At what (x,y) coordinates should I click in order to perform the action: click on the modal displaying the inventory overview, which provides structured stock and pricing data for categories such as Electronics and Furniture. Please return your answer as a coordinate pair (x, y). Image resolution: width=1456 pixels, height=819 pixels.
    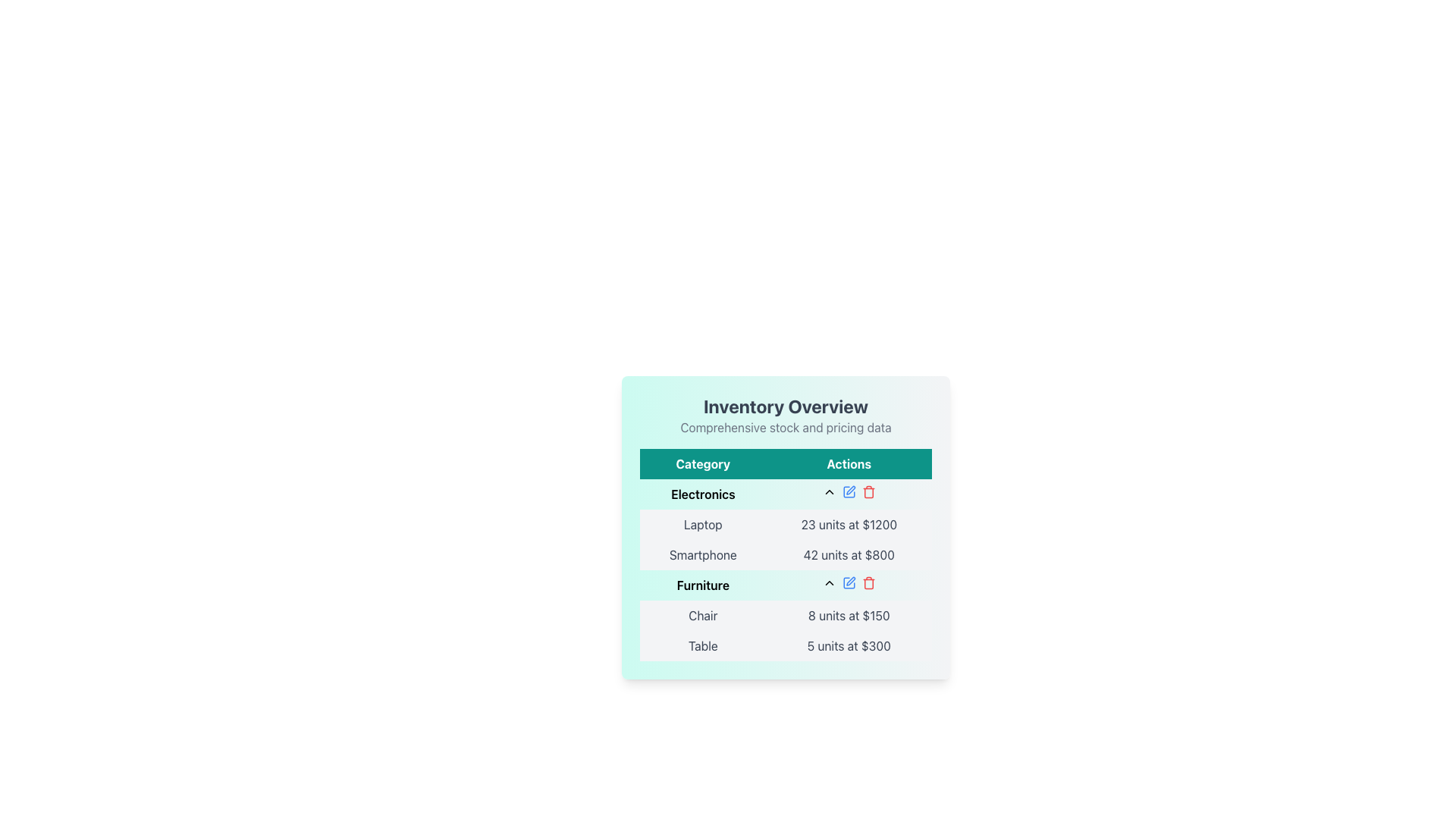
    Looking at the image, I should click on (786, 543).